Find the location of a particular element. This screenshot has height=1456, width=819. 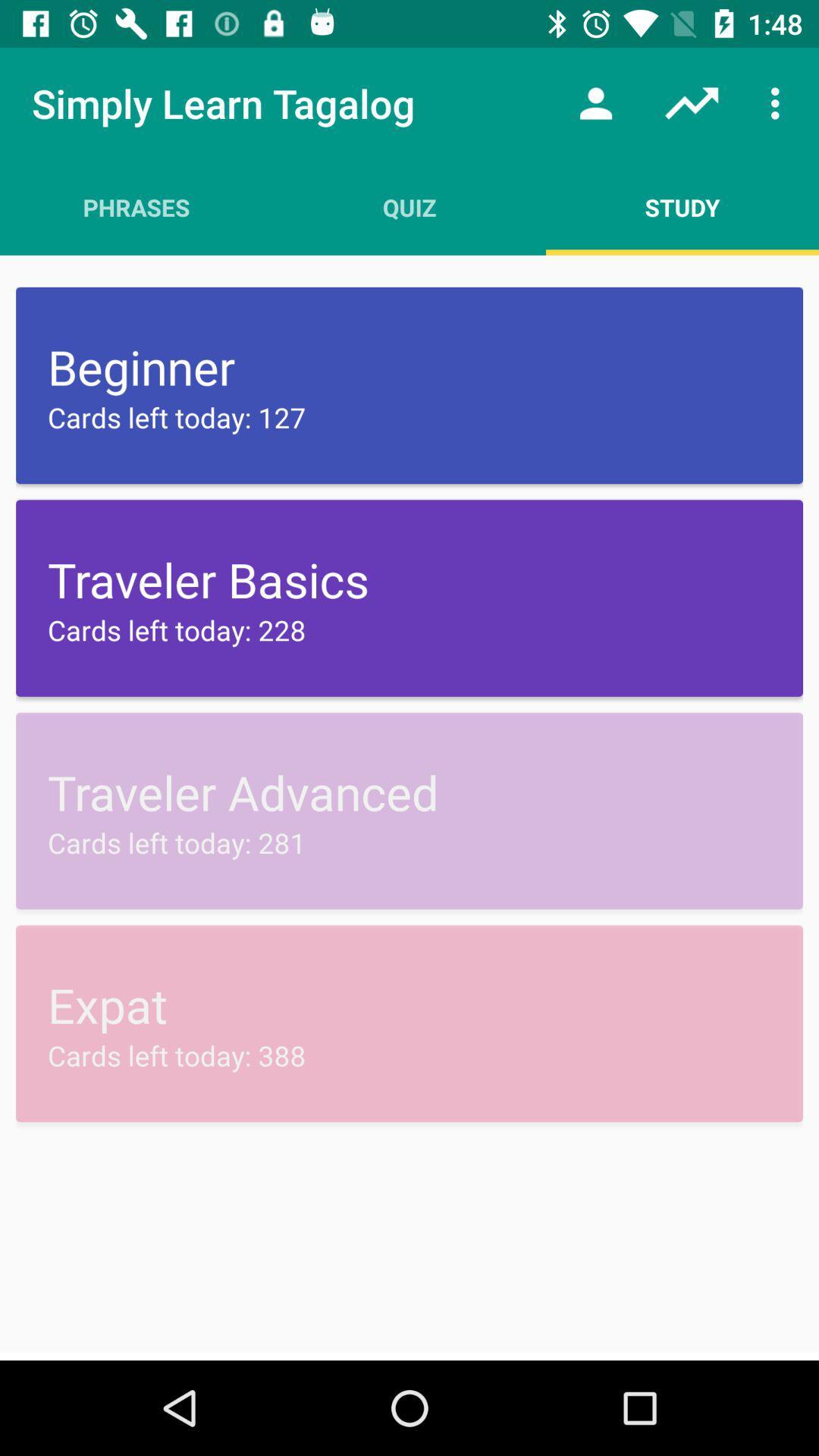

item next to phrases icon is located at coordinates (409, 206).